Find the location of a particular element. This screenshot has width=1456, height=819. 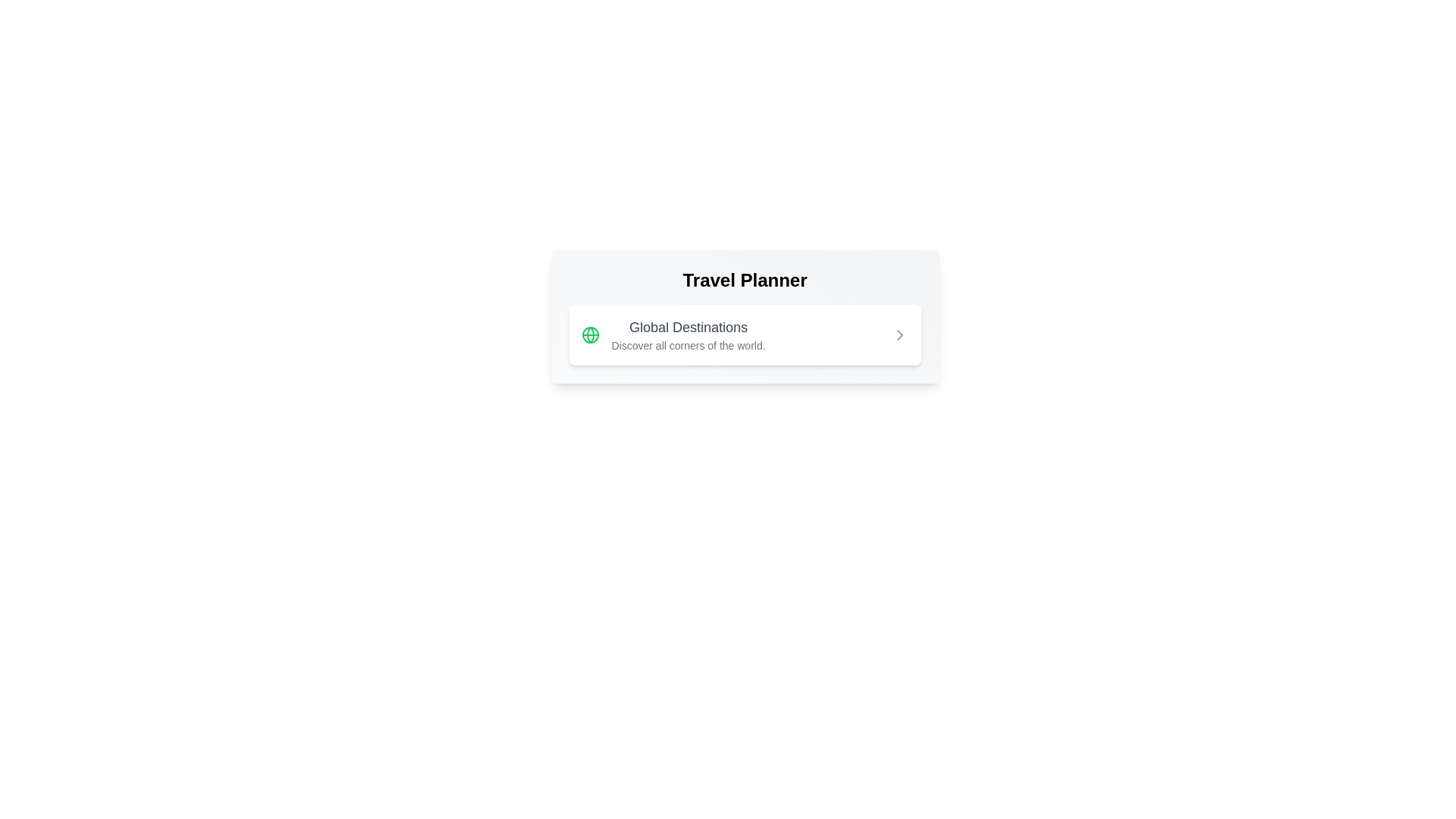

the prominent Text label serving as a title in the travel planner feature is located at coordinates (745, 281).